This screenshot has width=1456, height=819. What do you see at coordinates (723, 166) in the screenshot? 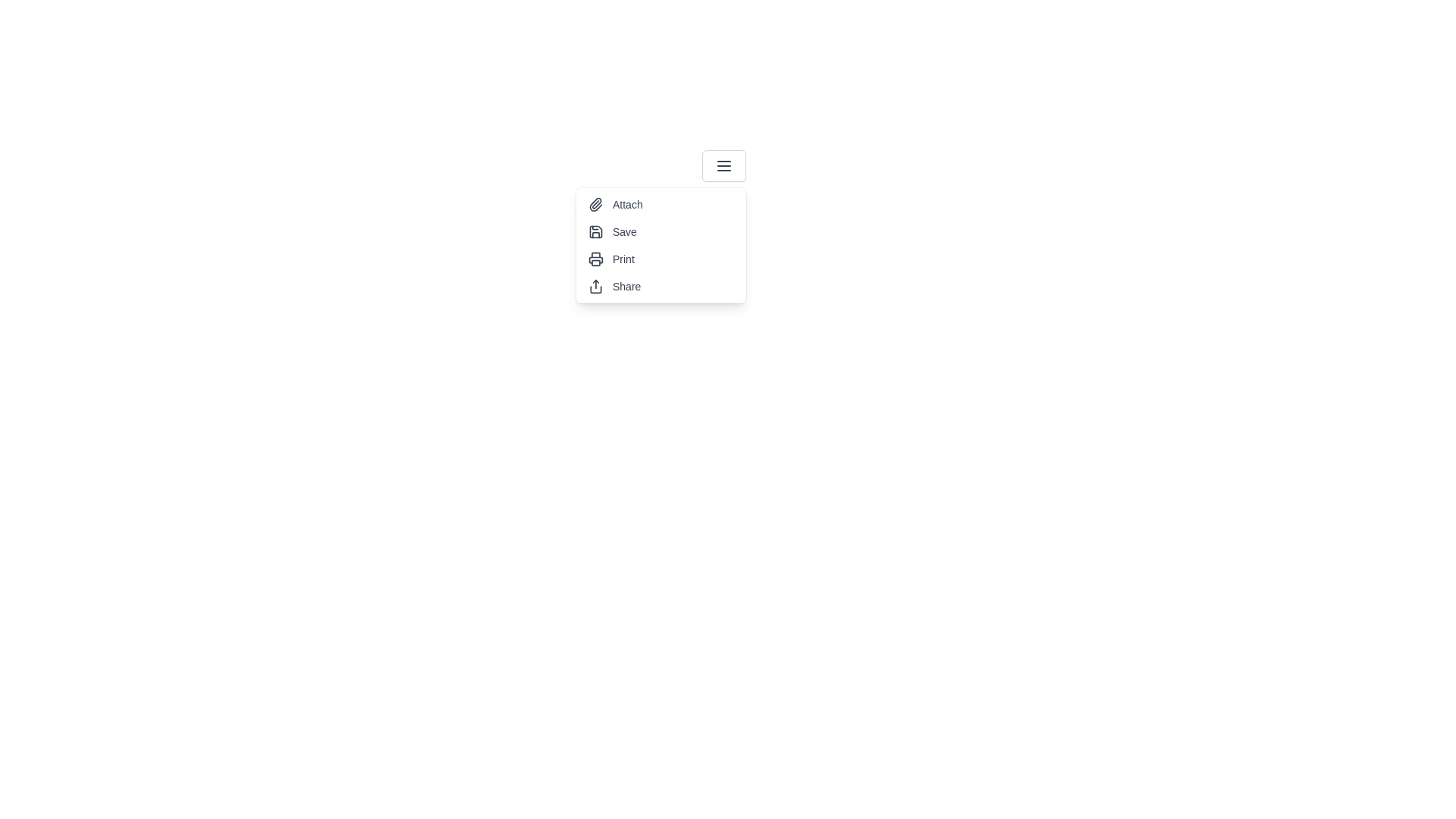
I see `the menu icon button located in the top-right region of the group` at bounding box center [723, 166].